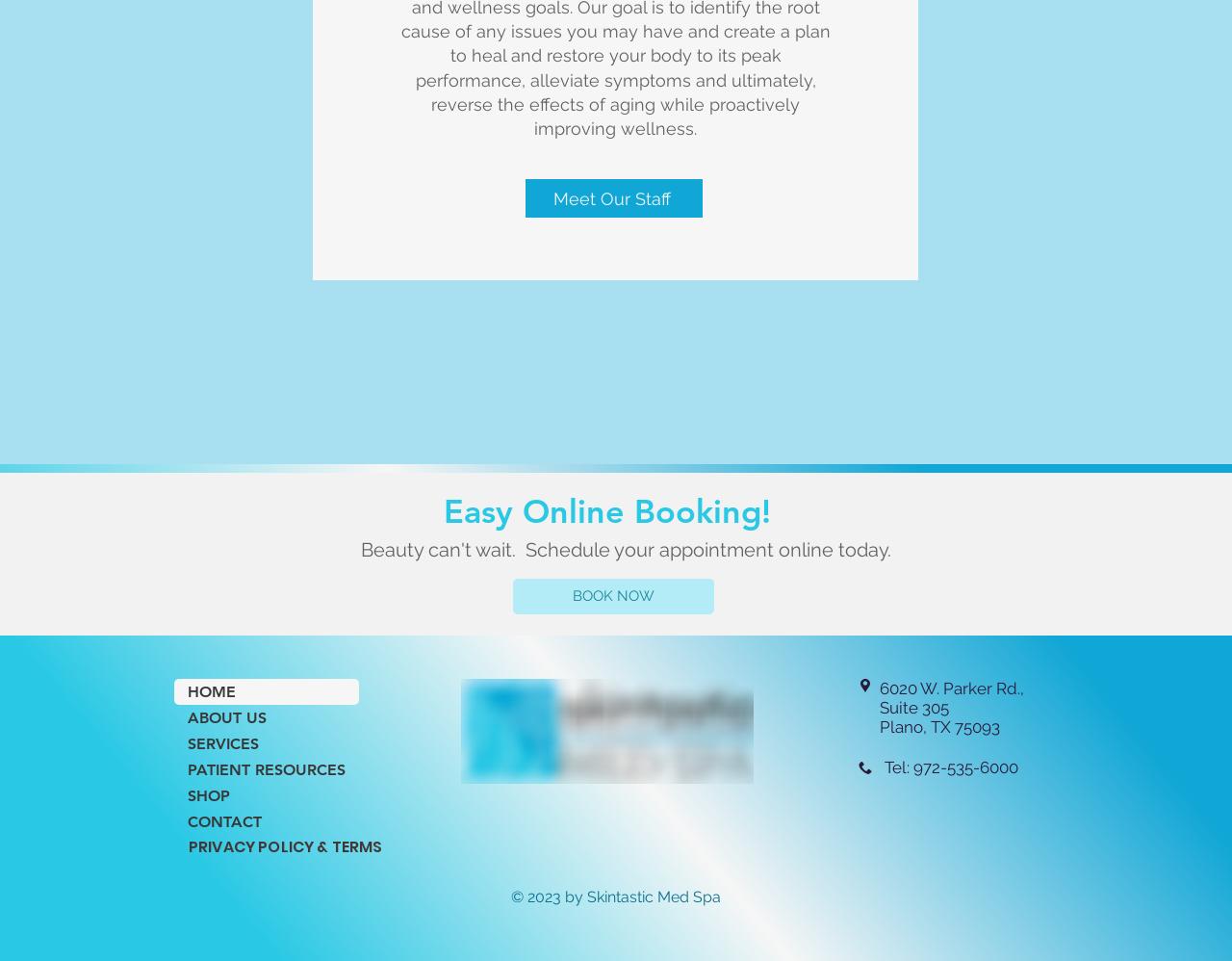  What do you see at coordinates (284, 845) in the screenshot?
I see `'PRIVACY POLICY & TERMS'` at bounding box center [284, 845].